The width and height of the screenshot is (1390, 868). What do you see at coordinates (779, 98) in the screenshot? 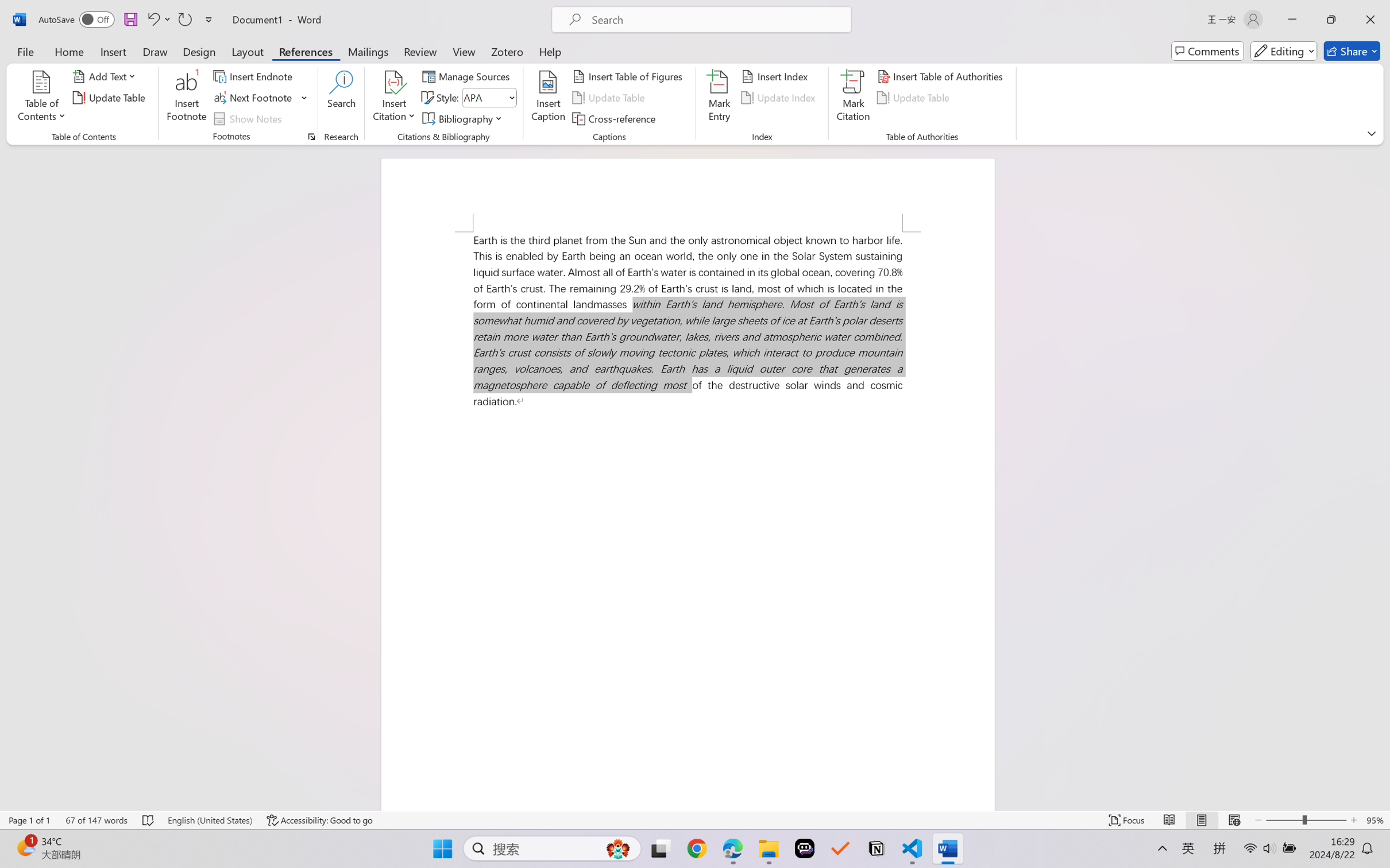
I see `'Update Index'` at bounding box center [779, 98].